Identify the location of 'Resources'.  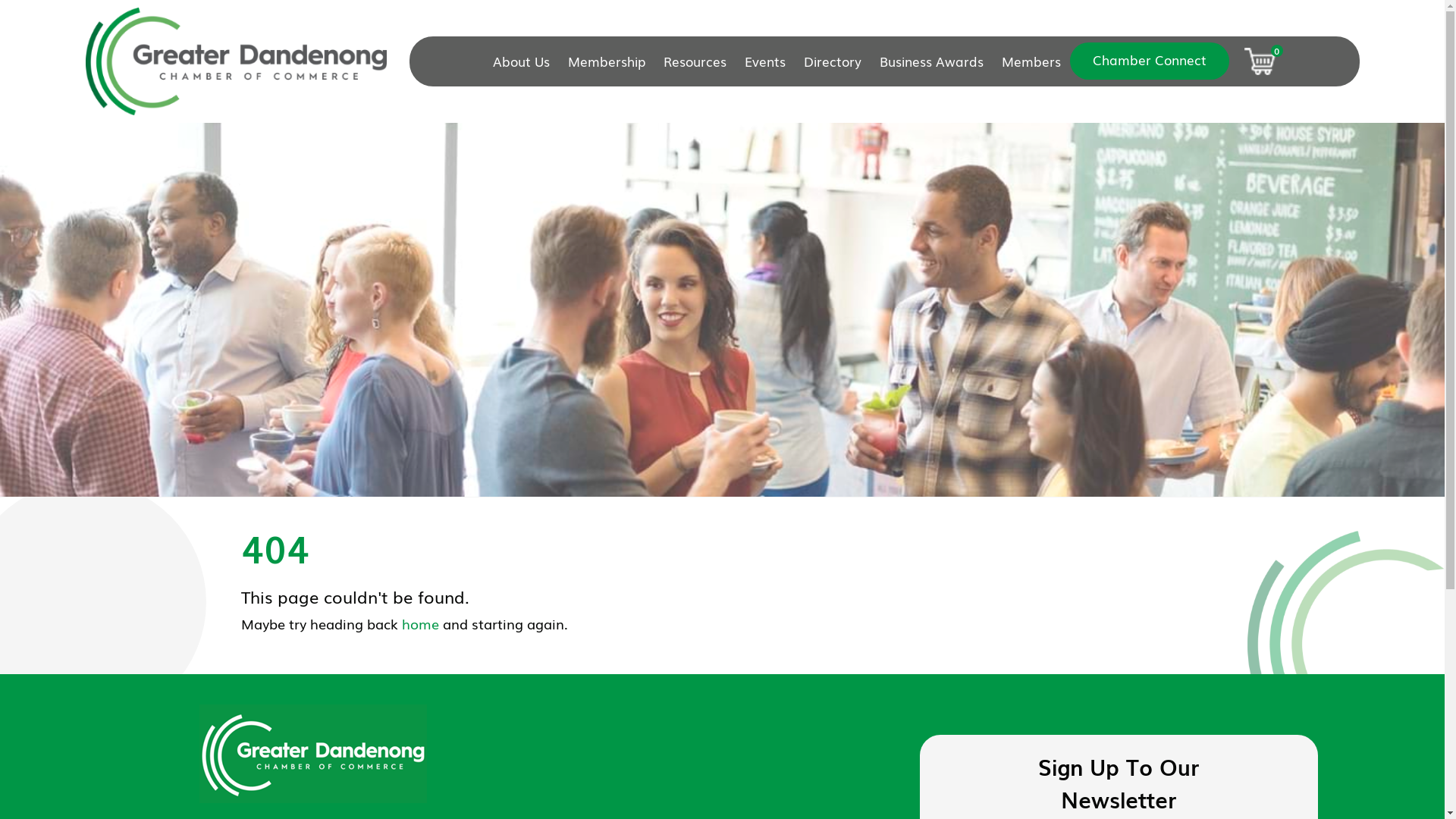
(694, 61).